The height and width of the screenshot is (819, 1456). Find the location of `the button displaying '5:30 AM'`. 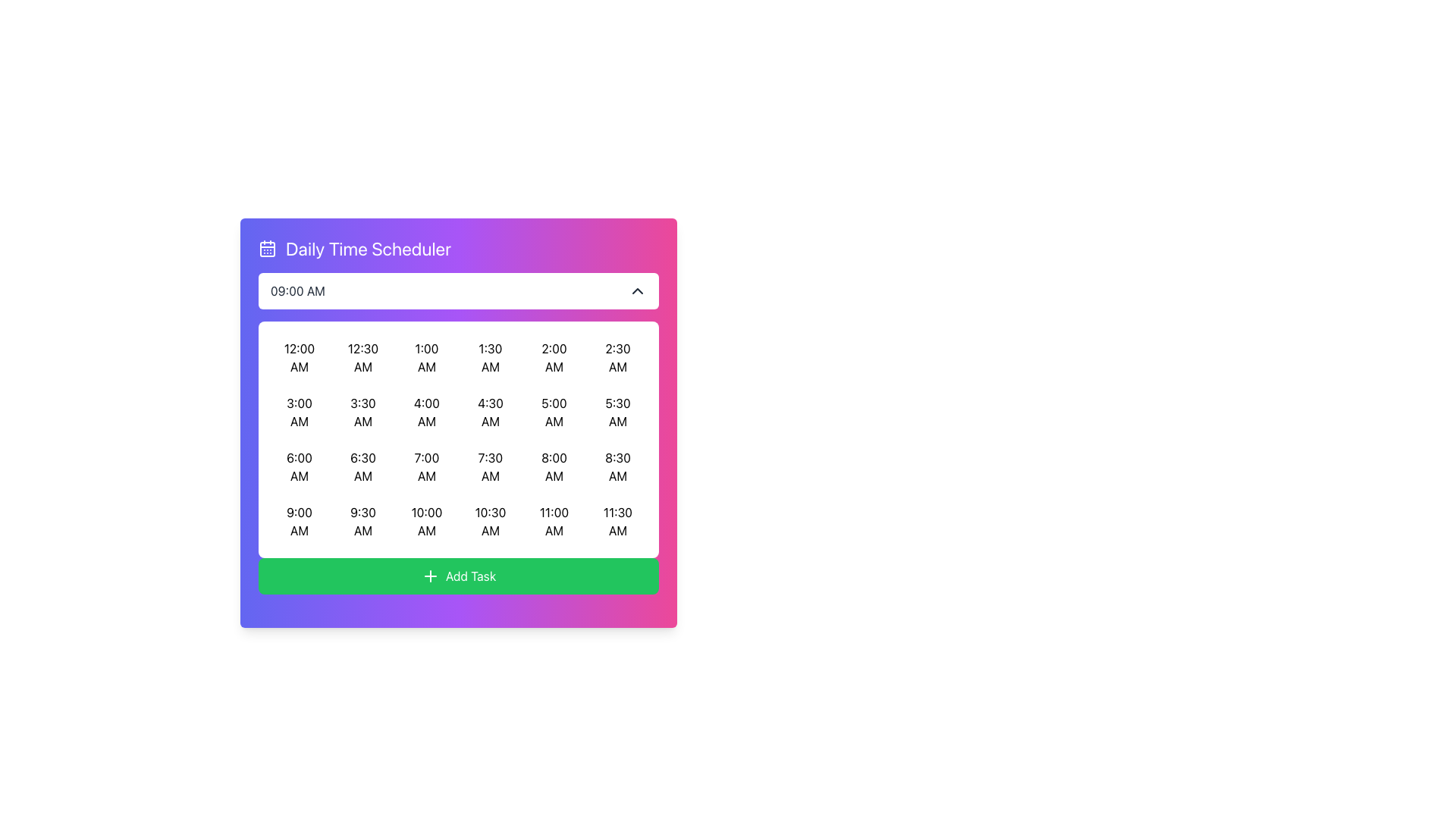

the button displaying '5:30 AM' is located at coordinates (618, 412).